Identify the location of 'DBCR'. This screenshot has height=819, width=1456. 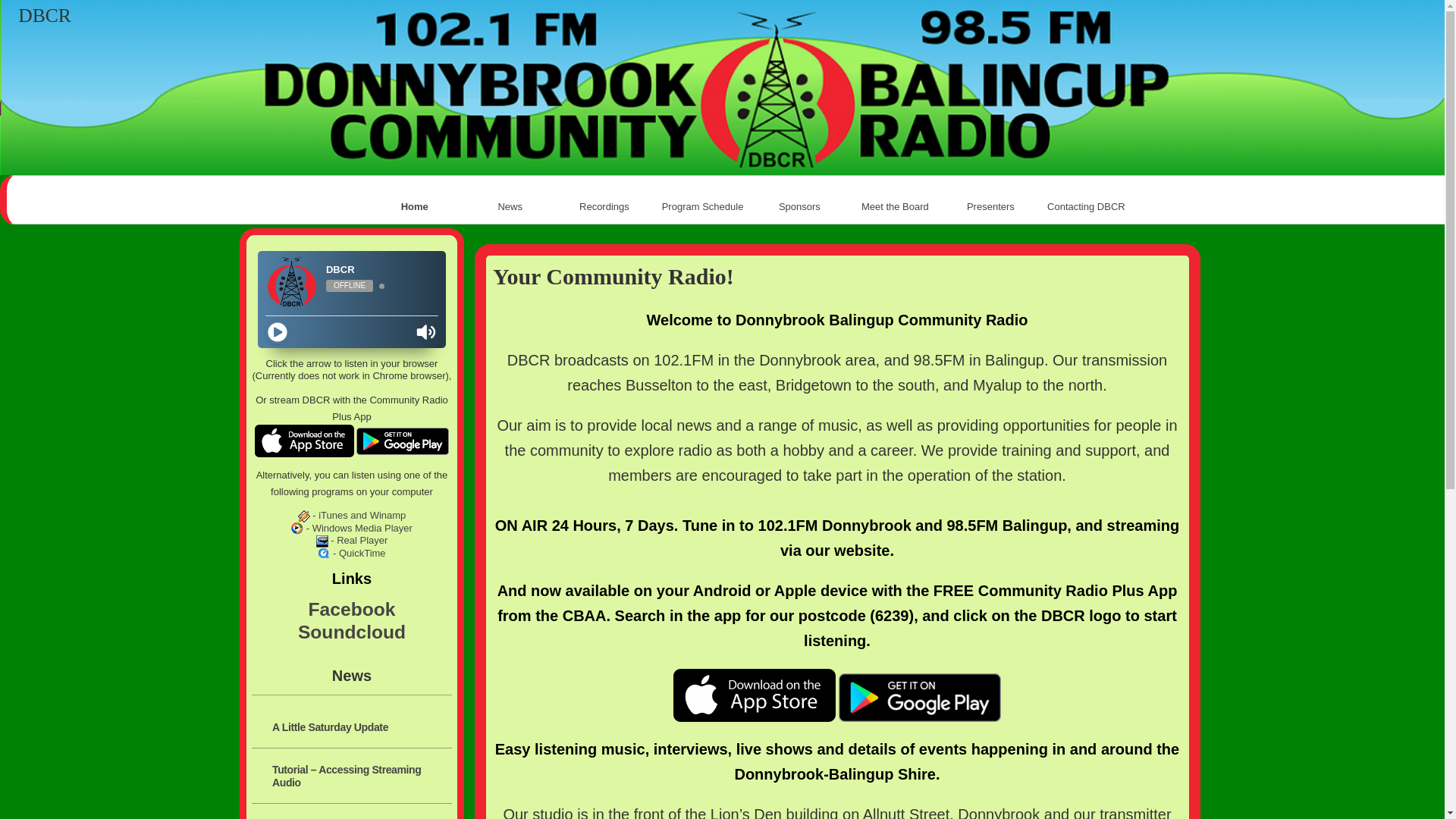
(44, 15).